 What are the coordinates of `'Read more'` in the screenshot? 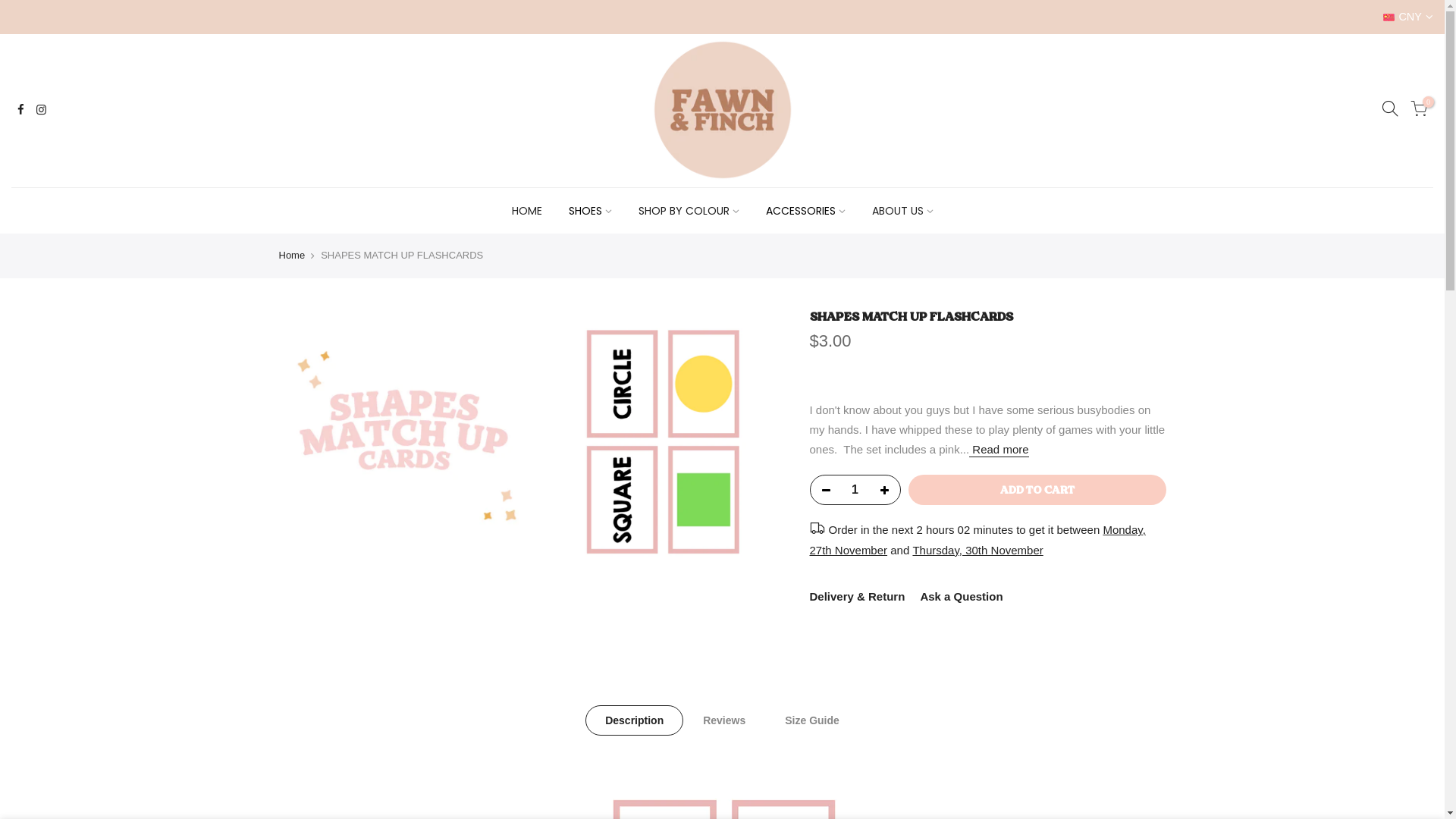 It's located at (998, 449).